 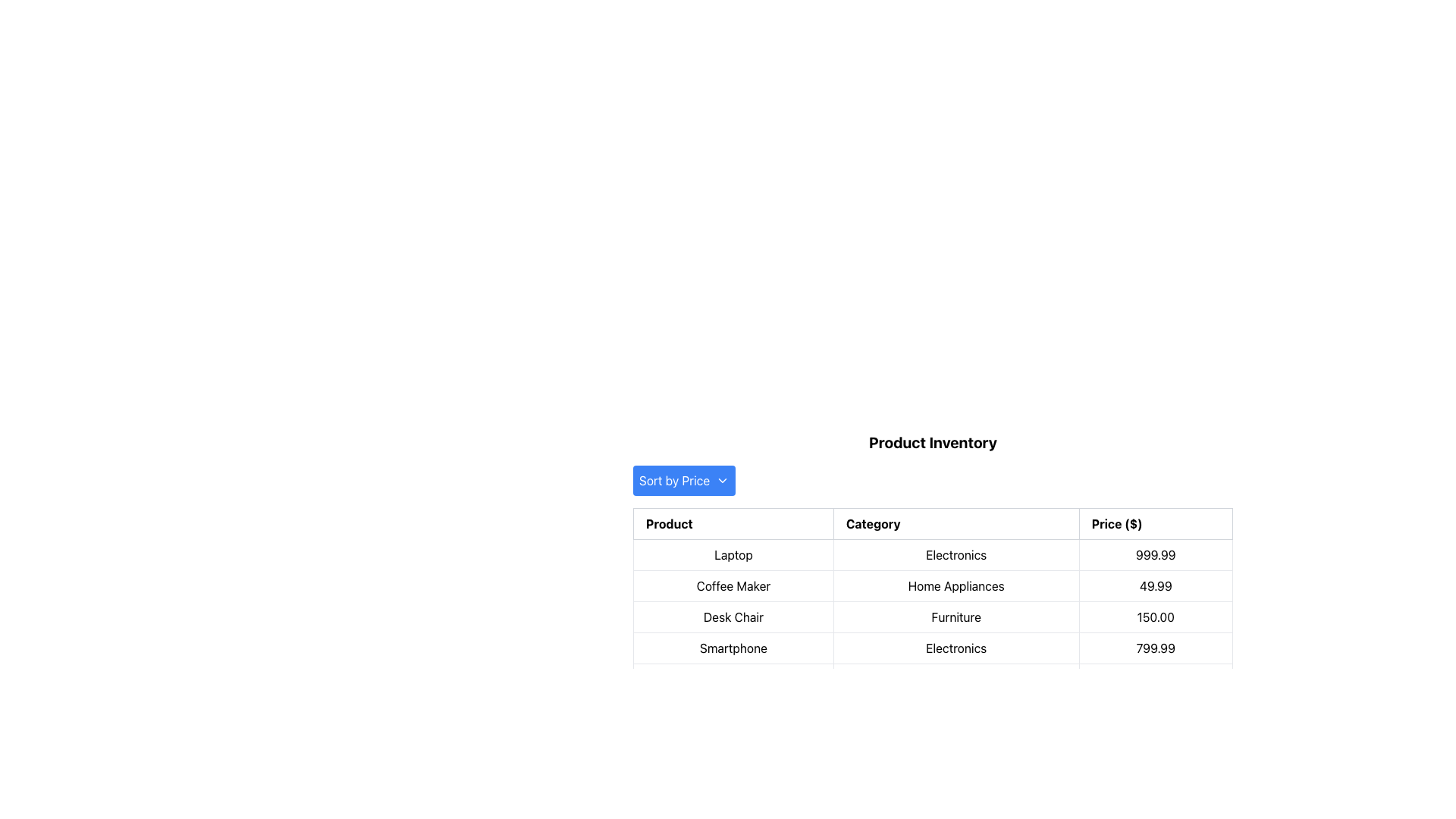 I want to click on the table cell containing the text '150.00' in the third row under the 'Price ($)' column, which is the last cell in the row for the product 'Desk Chair', so click(x=1155, y=617).